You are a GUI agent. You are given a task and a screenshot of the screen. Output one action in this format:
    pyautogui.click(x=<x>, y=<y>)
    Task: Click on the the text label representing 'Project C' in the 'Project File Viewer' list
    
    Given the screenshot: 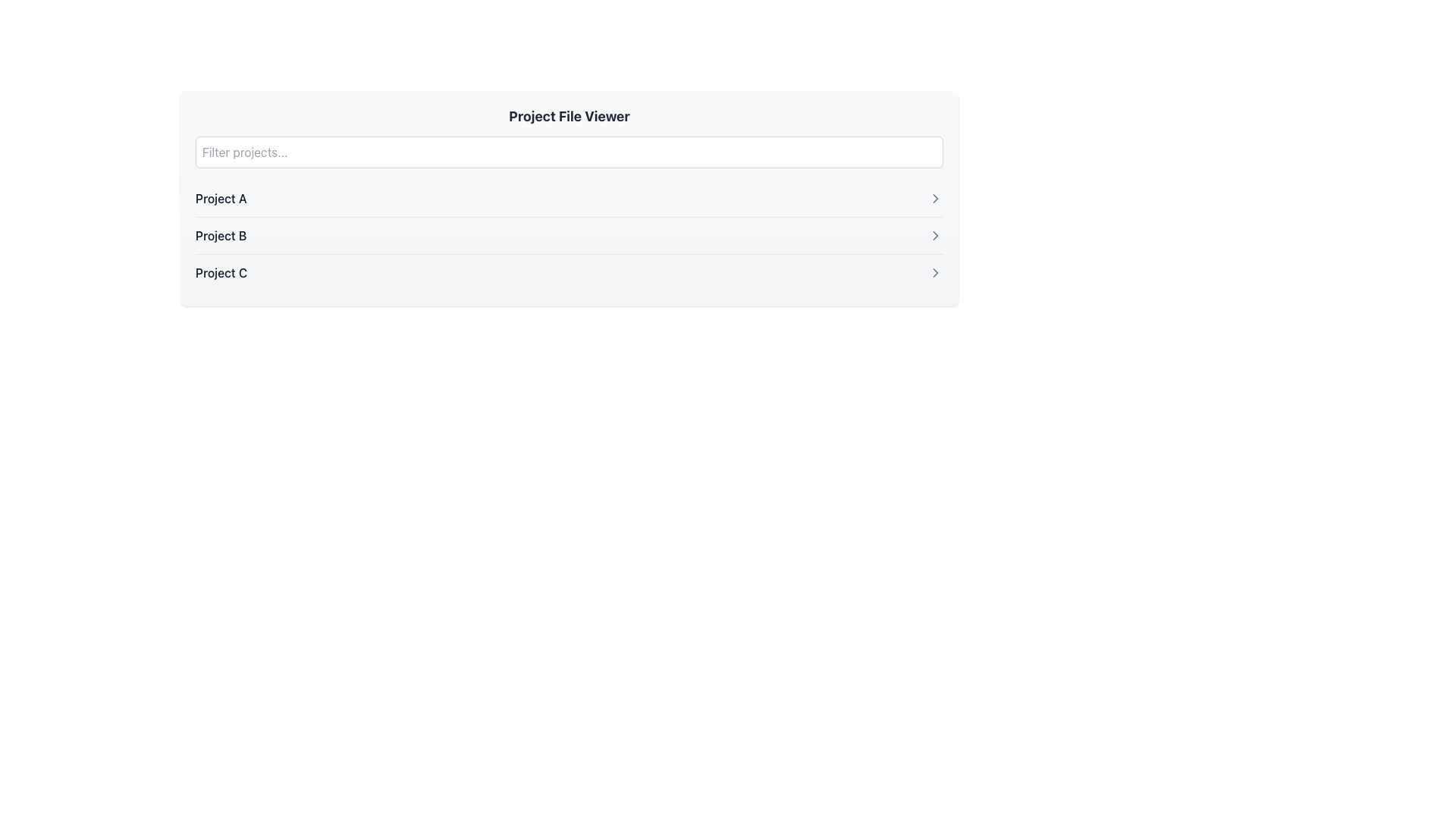 What is the action you would take?
    pyautogui.click(x=221, y=271)
    